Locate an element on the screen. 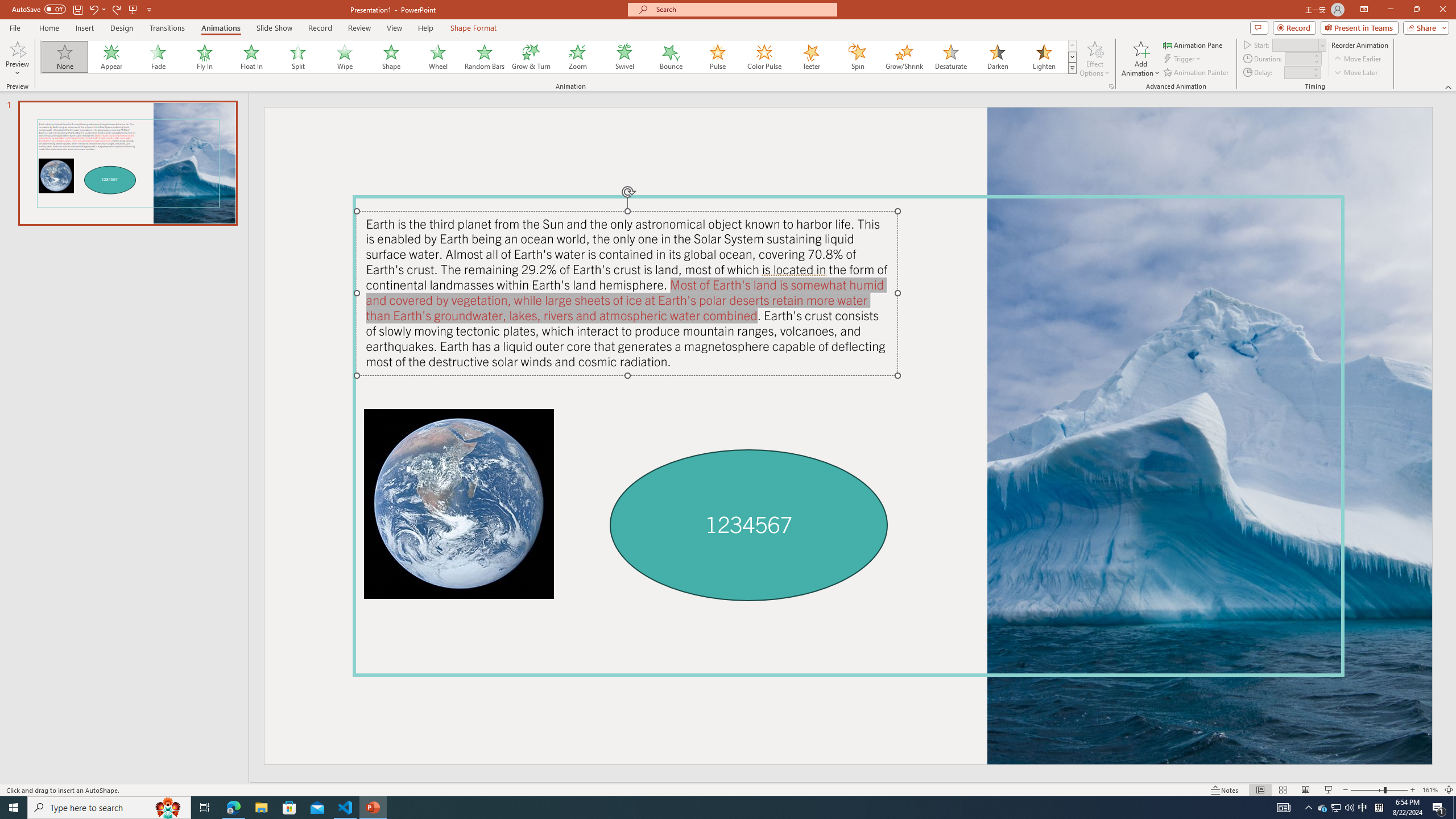  'Pulse' is located at coordinates (717, 56).